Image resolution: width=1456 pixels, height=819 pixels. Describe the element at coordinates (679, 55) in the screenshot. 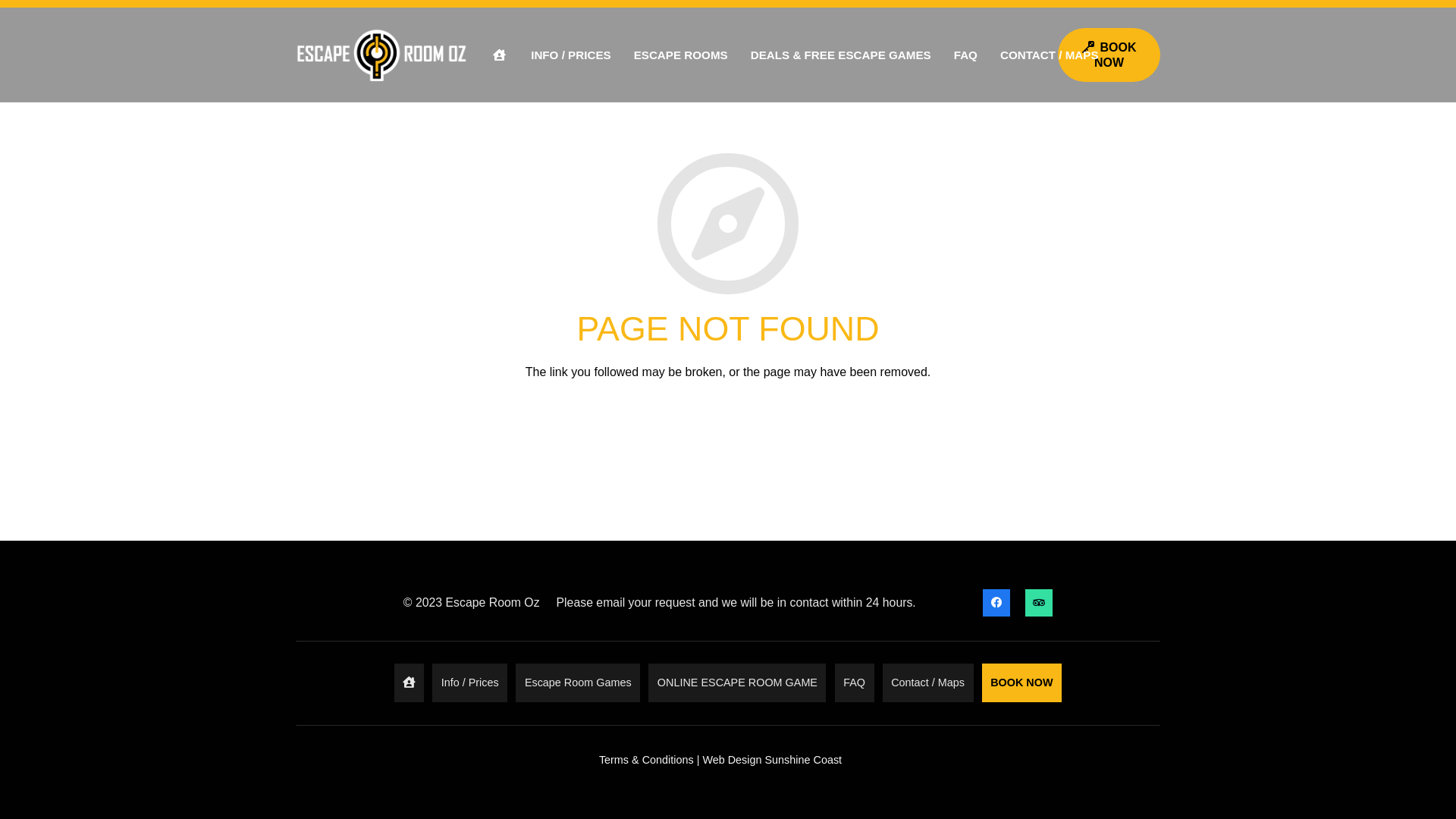

I see `'ESCAPE ROOMS'` at that location.